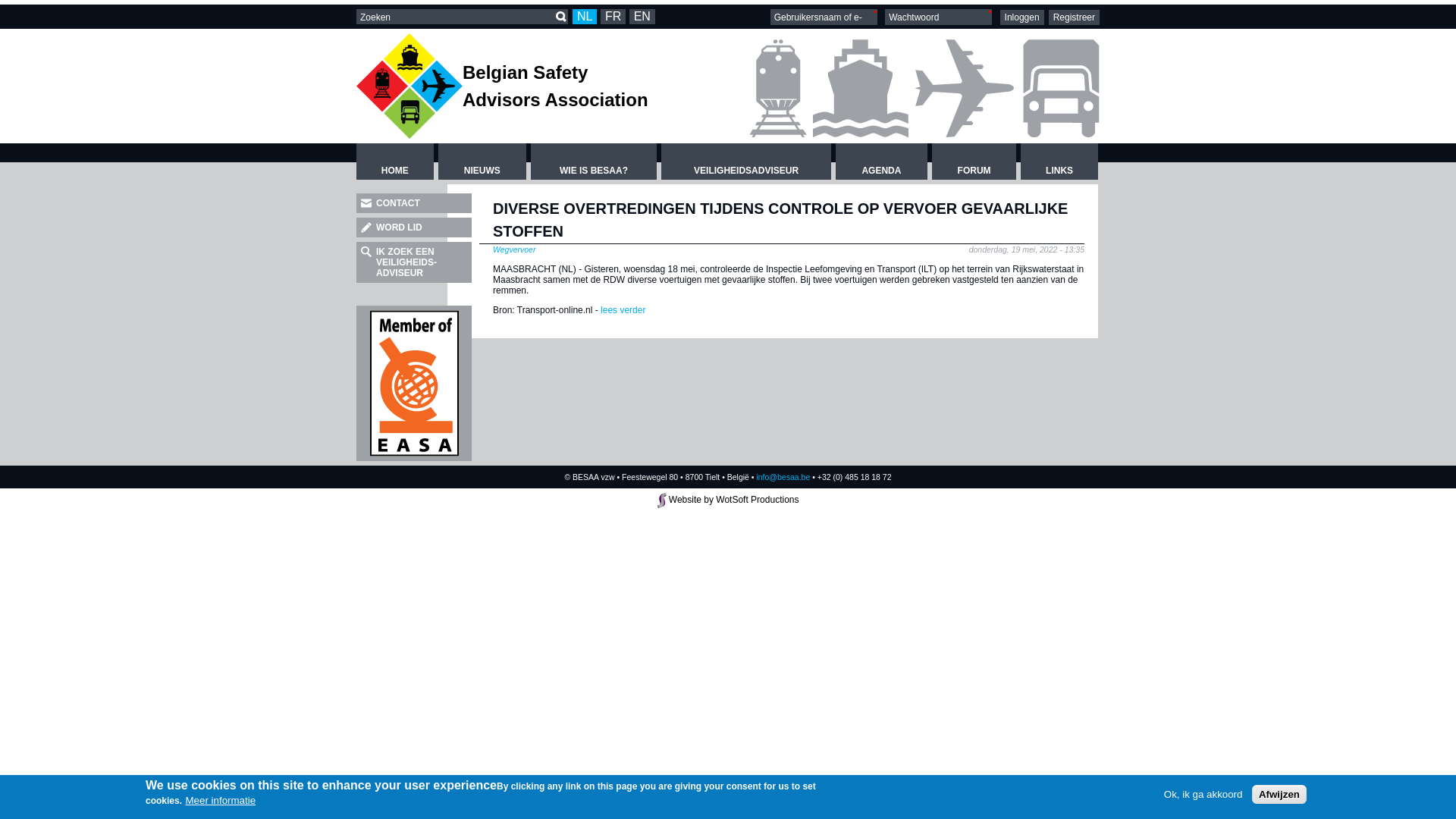 This screenshot has height=819, width=1456. I want to click on 'Registreer', so click(1073, 17).